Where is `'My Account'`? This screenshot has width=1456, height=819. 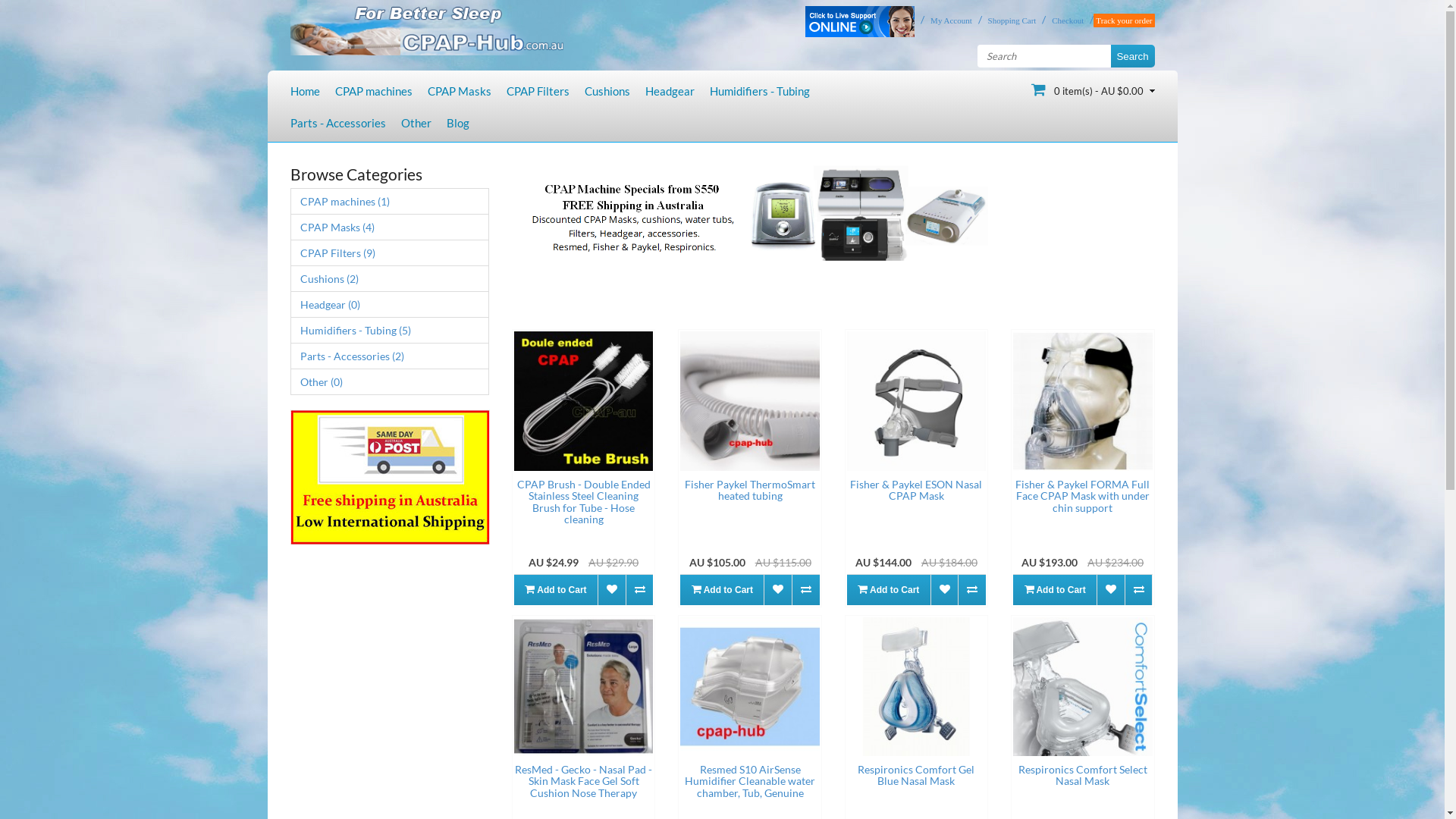
'My Account' is located at coordinates (946, 20).